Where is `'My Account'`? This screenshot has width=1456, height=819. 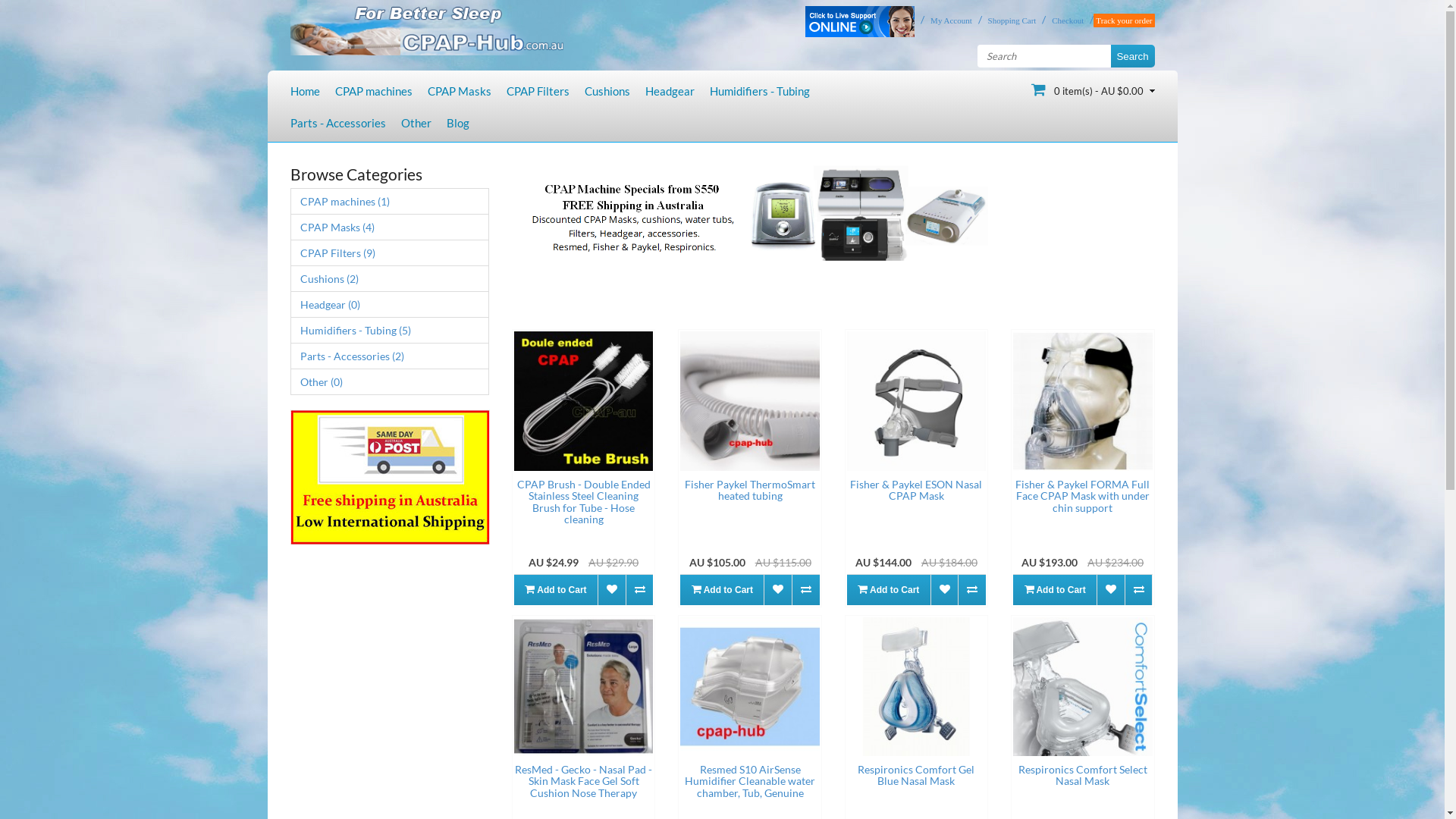
'My Account' is located at coordinates (946, 20).